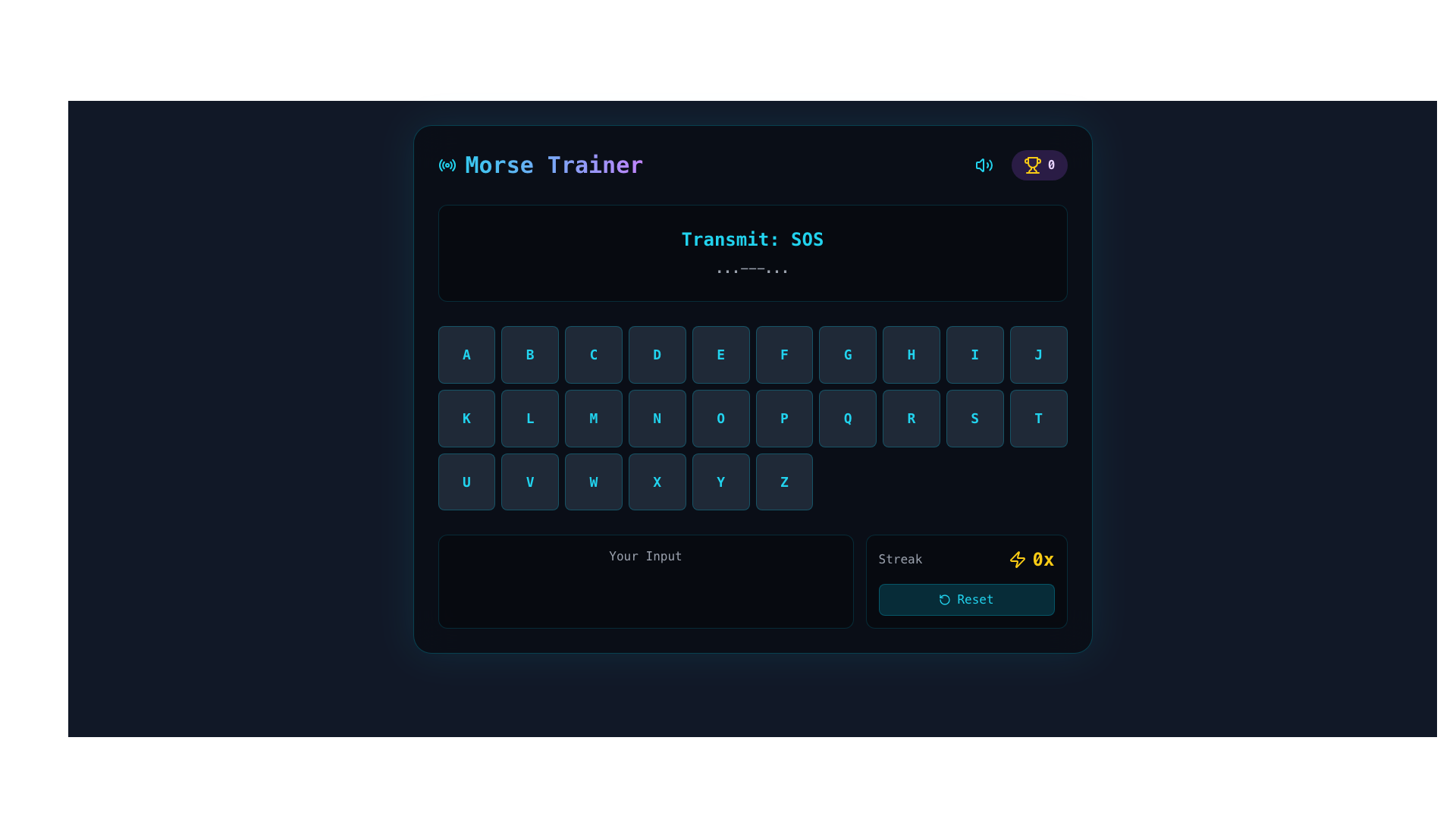  What do you see at coordinates (752, 253) in the screenshot?
I see `the text display element that shows 'Transmit: SOS' in bold cyan font and the Morse code '...---...' below it, which is centrally positioned above the keyboard layout panel` at bounding box center [752, 253].